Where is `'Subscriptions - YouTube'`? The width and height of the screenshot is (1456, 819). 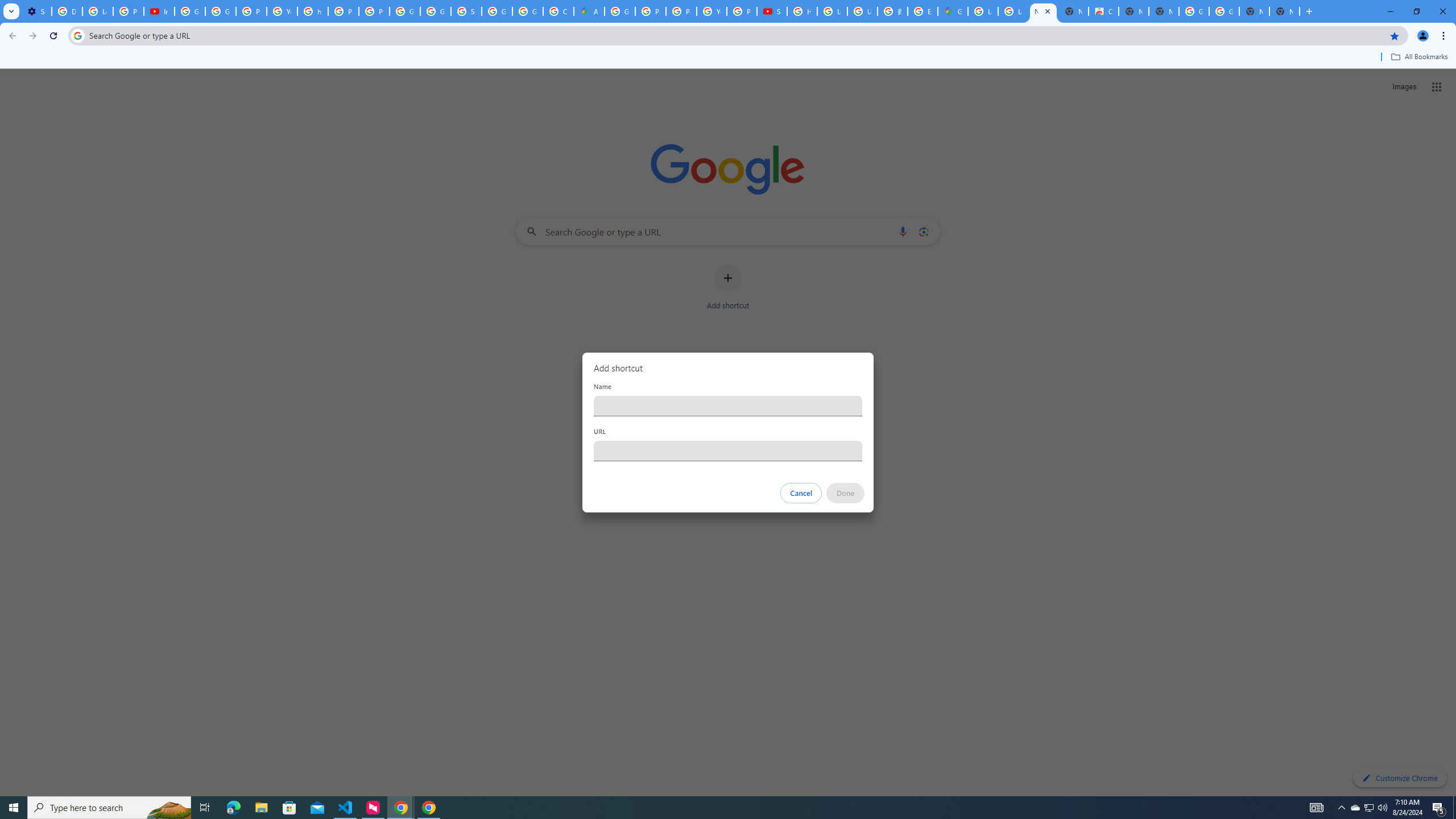
'Subscriptions - YouTube' is located at coordinates (771, 11).